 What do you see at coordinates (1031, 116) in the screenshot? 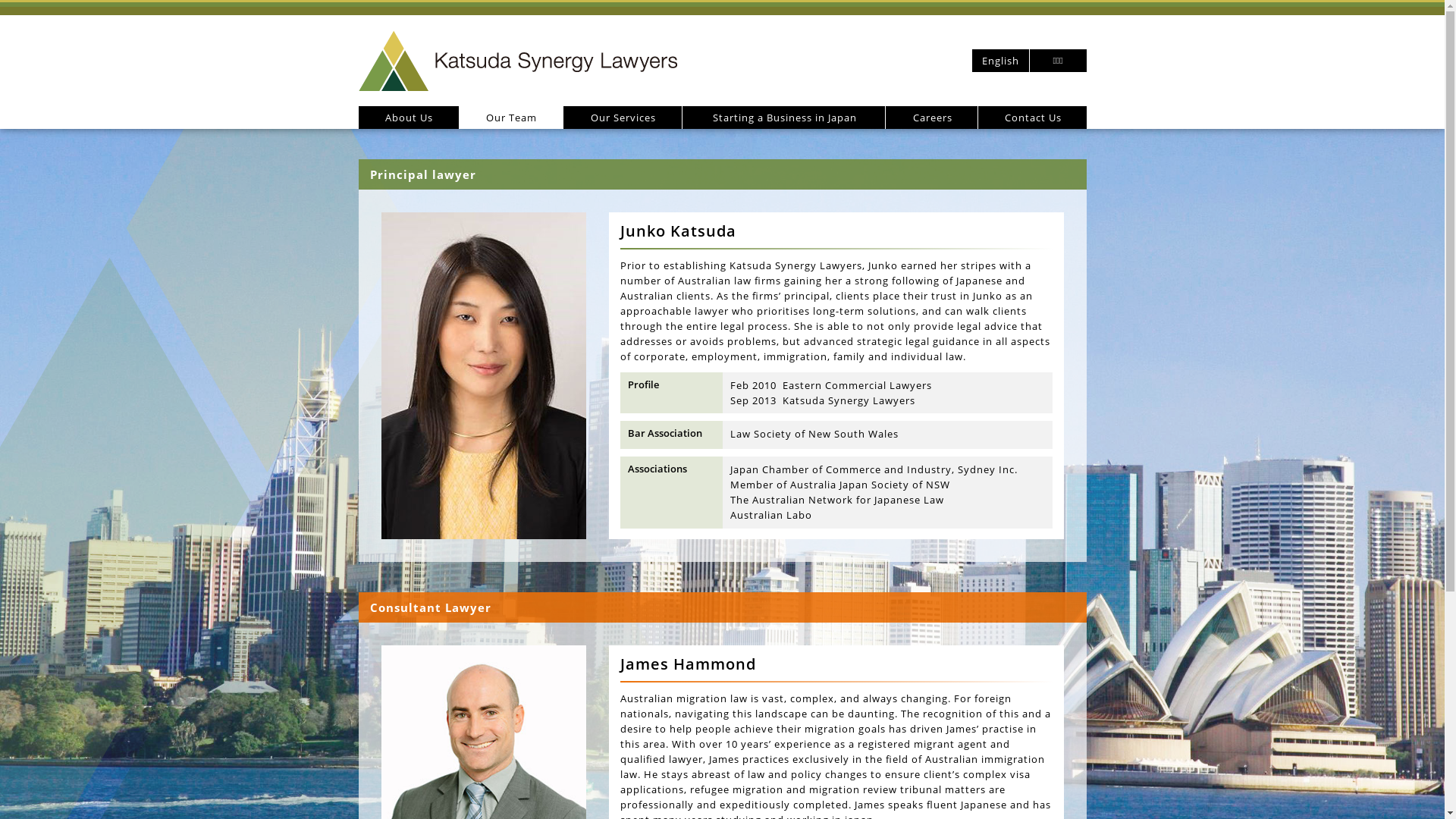
I see `'Contact Us'` at bounding box center [1031, 116].